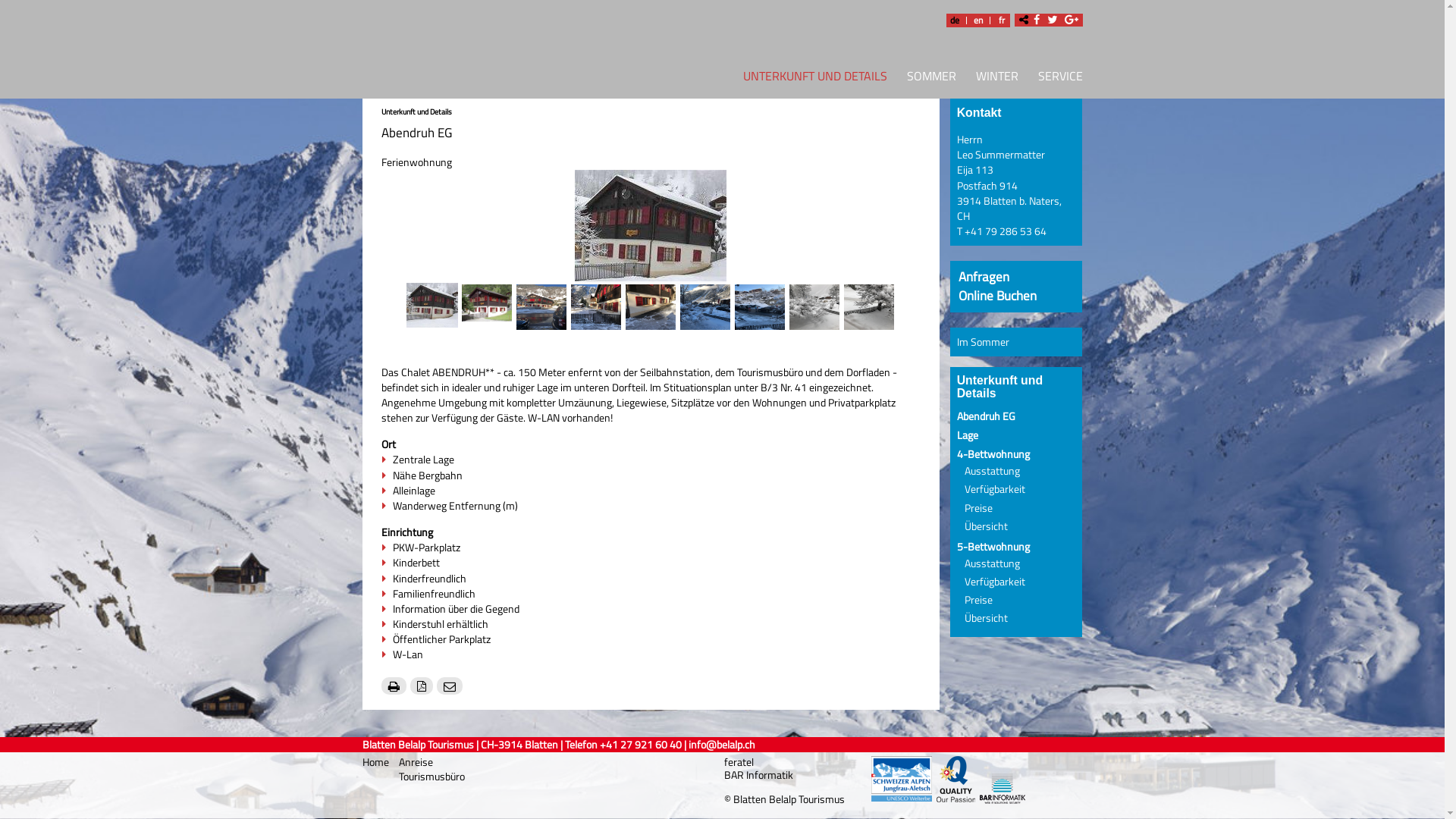  What do you see at coordinates (1001, 20) in the screenshot?
I see `'fr'` at bounding box center [1001, 20].